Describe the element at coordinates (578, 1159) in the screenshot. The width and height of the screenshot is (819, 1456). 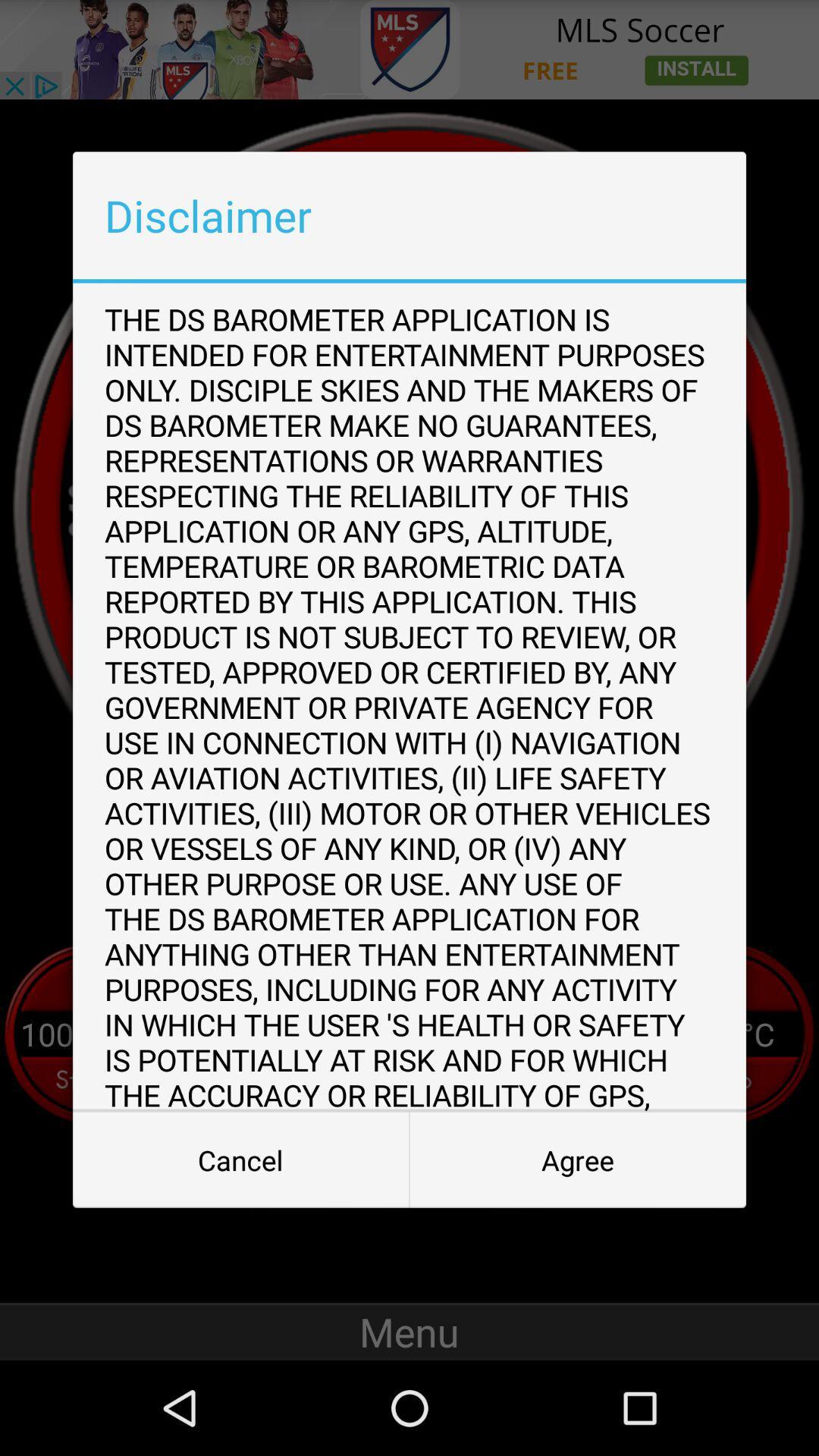
I see `the item at the bottom right corner` at that location.